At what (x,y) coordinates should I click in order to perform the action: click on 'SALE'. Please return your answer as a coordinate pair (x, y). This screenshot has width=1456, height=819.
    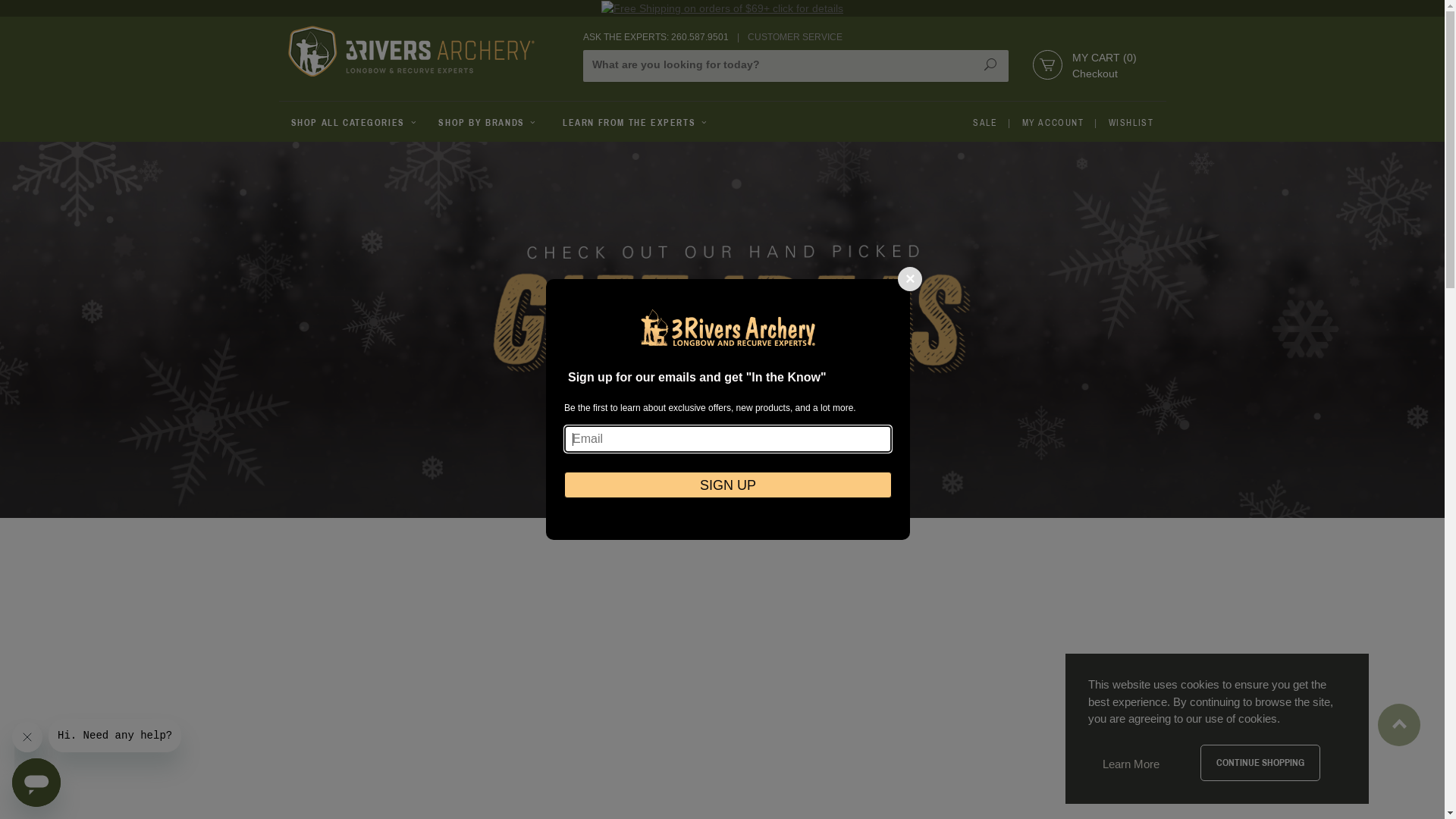
    Looking at the image, I should click on (985, 122).